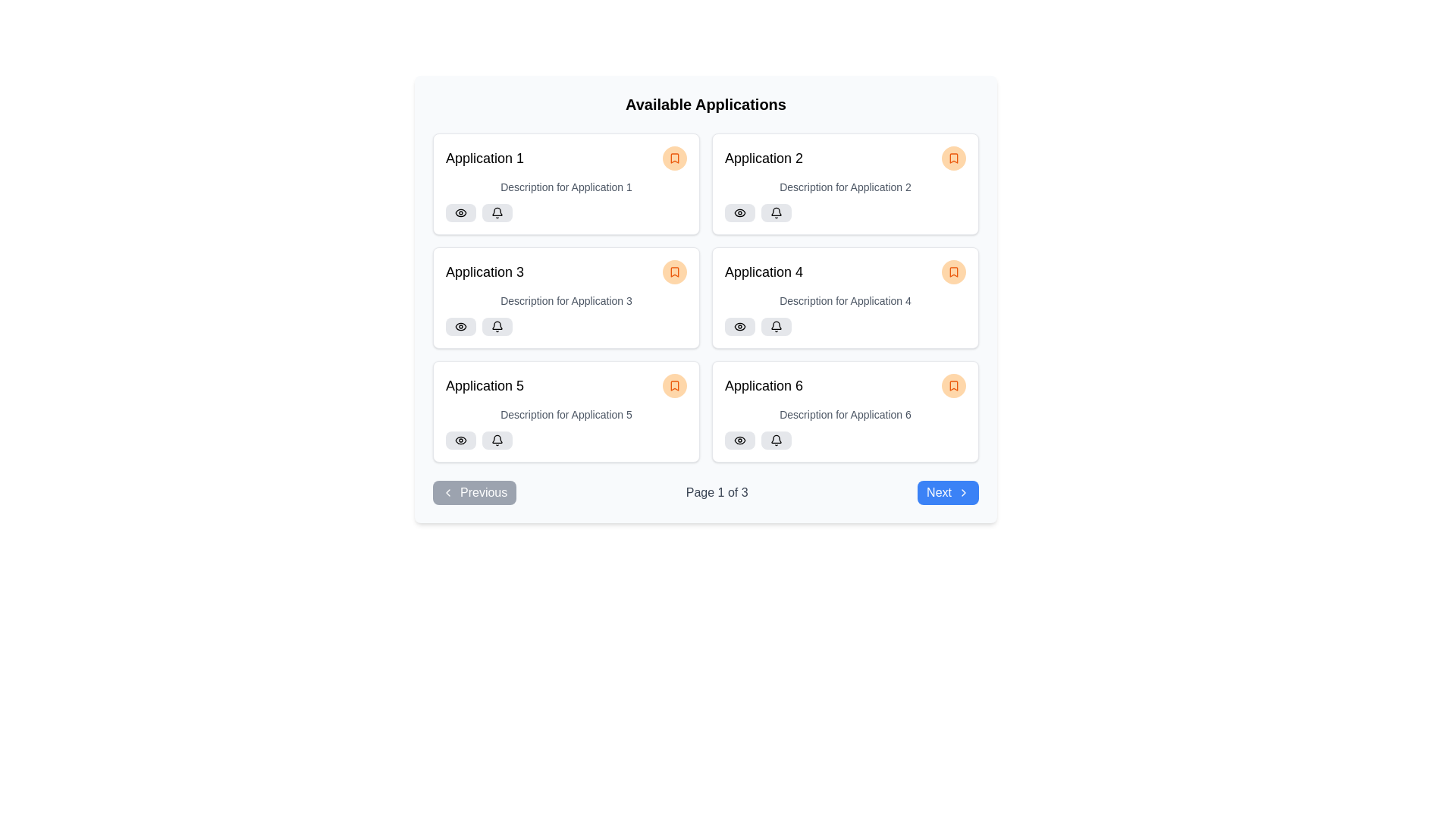 The image size is (1456, 819). What do you see at coordinates (776, 325) in the screenshot?
I see `the notification icon located below the description text of 'Application 4', positioned in the second row and second column of the application grid layout` at bounding box center [776, 325].